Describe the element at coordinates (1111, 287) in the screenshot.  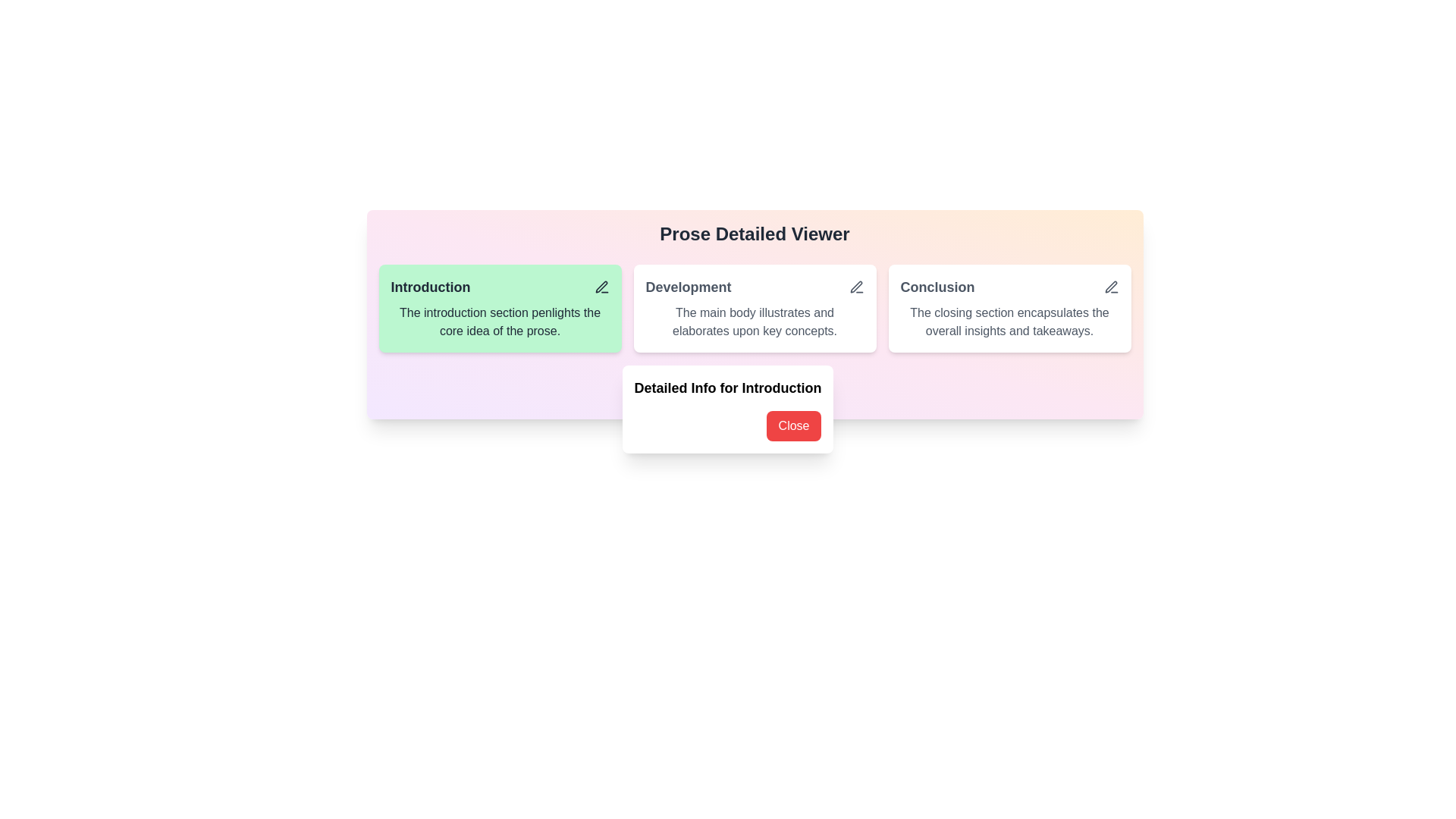
I see `the edit icon located at the top-right corner of the 'Conclusion' section` at that location.